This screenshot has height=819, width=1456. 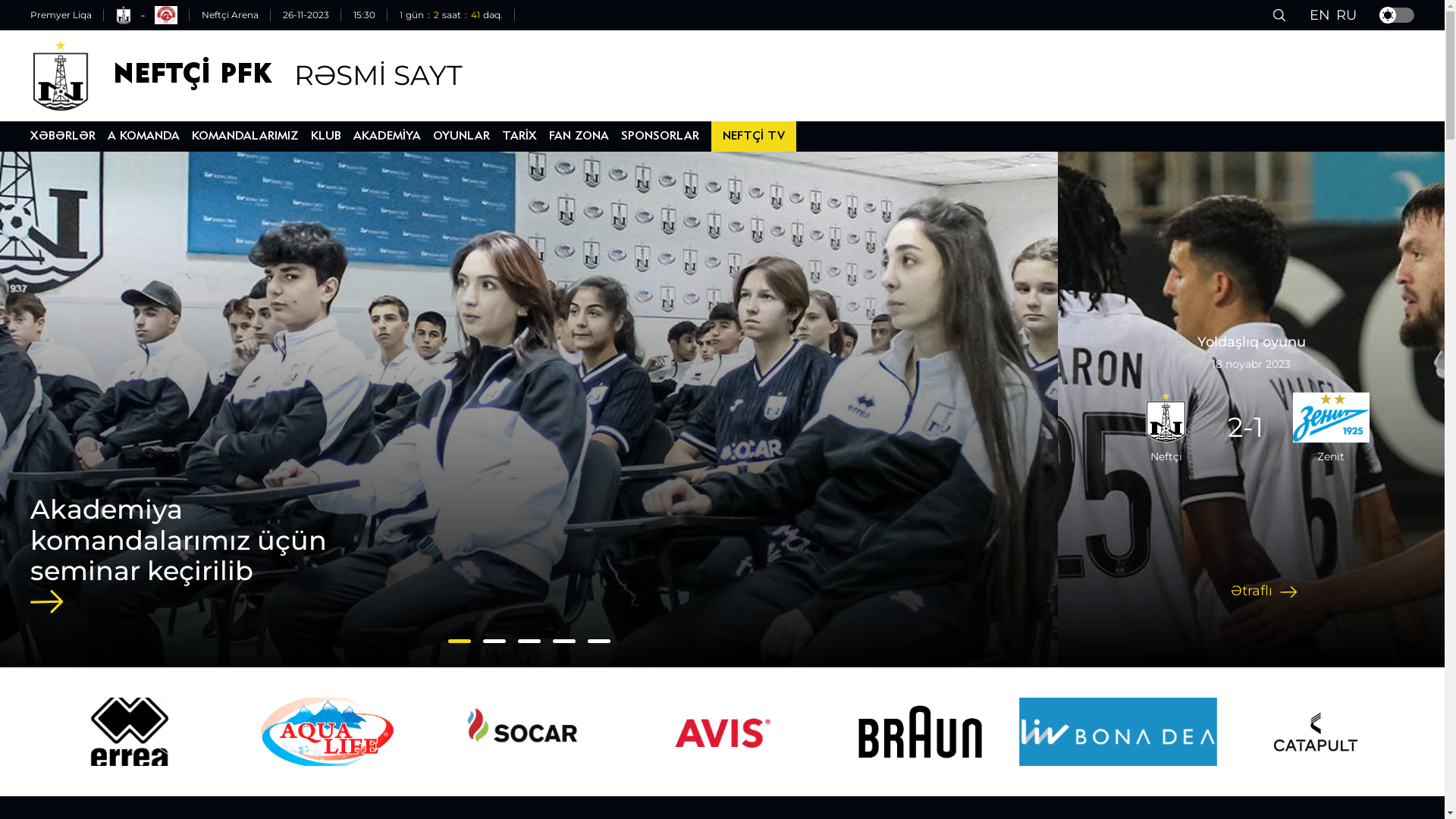 I want to click on 'FAN ZONA', so click(x=578, y=136).